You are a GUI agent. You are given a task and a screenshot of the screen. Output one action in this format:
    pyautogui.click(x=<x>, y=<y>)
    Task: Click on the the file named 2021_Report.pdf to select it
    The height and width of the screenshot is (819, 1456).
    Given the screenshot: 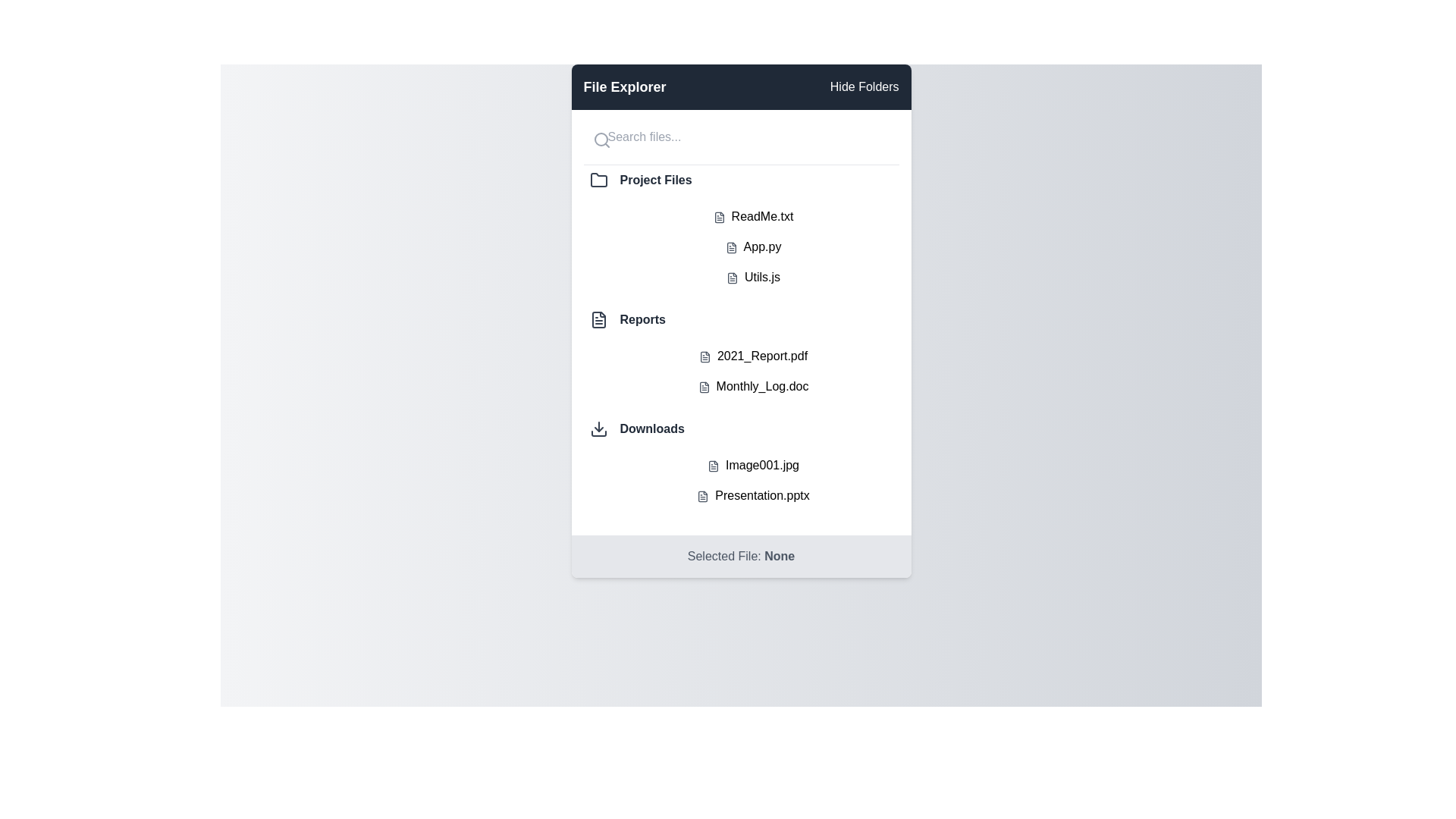 What is the action you would take?
    pyautogui.click(x=753, y=356)
    